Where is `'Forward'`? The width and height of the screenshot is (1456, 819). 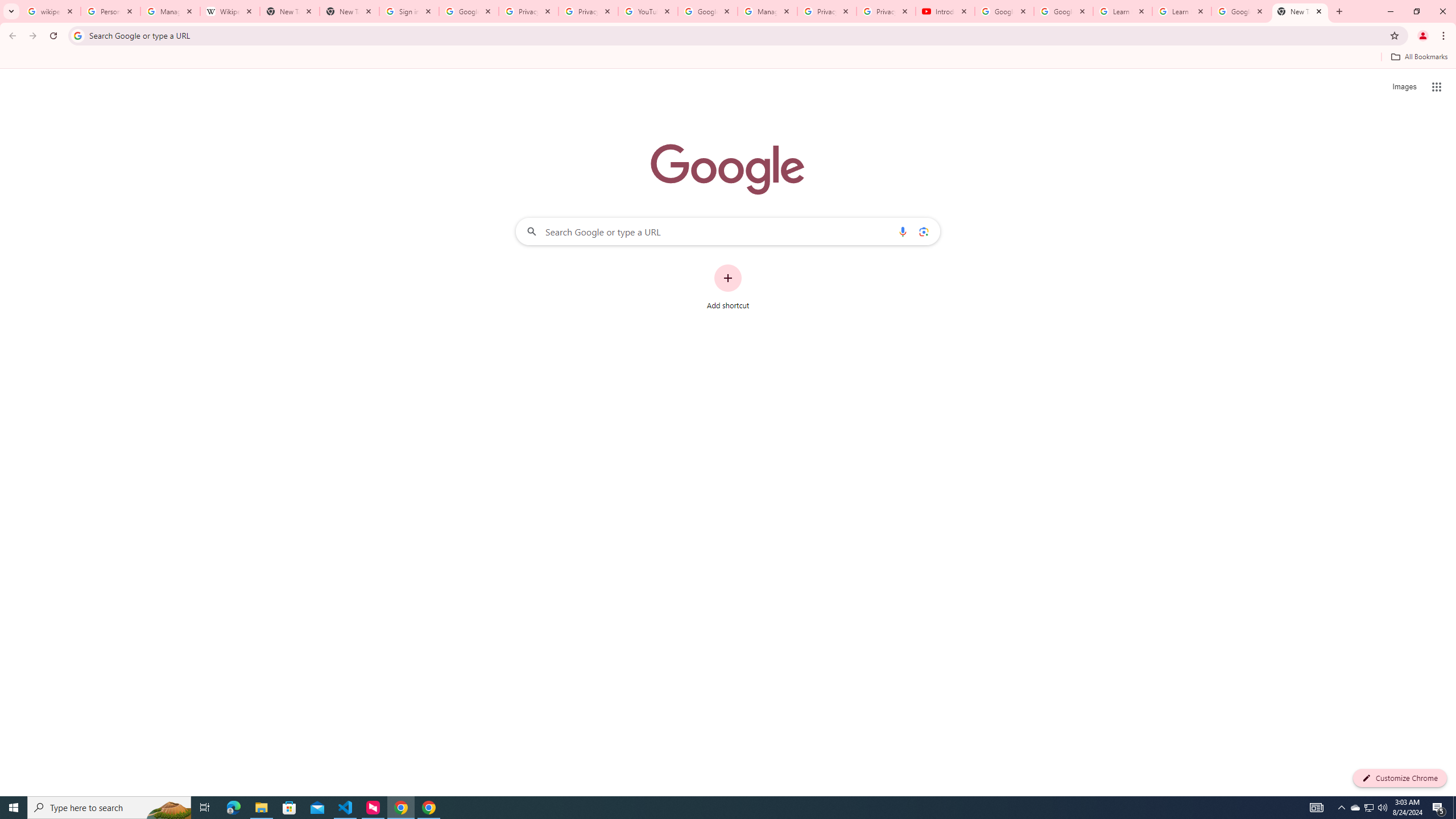 'Forward' is located at coordinates (32, 35).